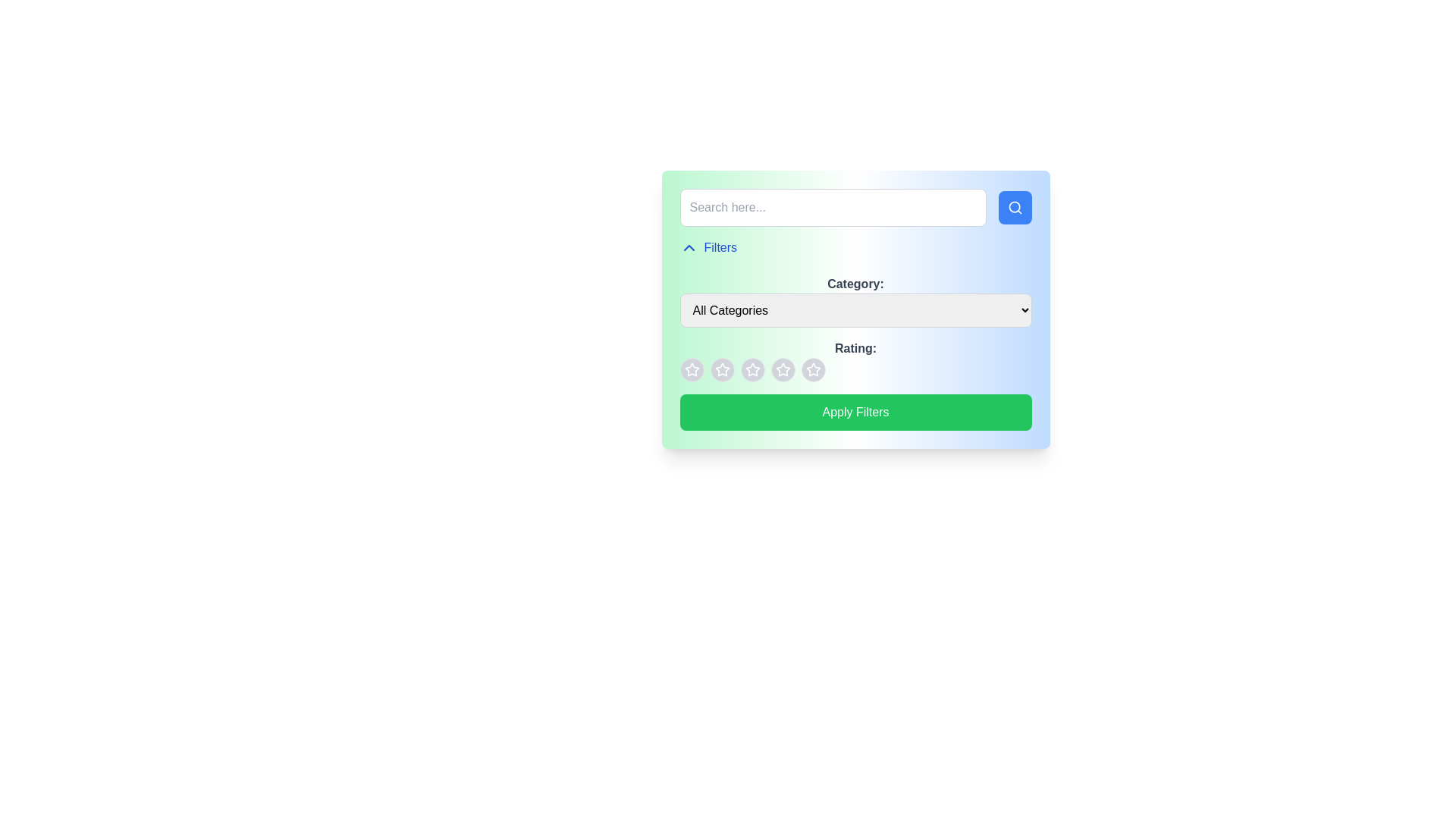 Image resolution: width=1456 pixels, height=819 pixels. Describe the element at coordinates (691, 369) in the screenshot. I see `the star icon representing the first level of a rating system` at that location.